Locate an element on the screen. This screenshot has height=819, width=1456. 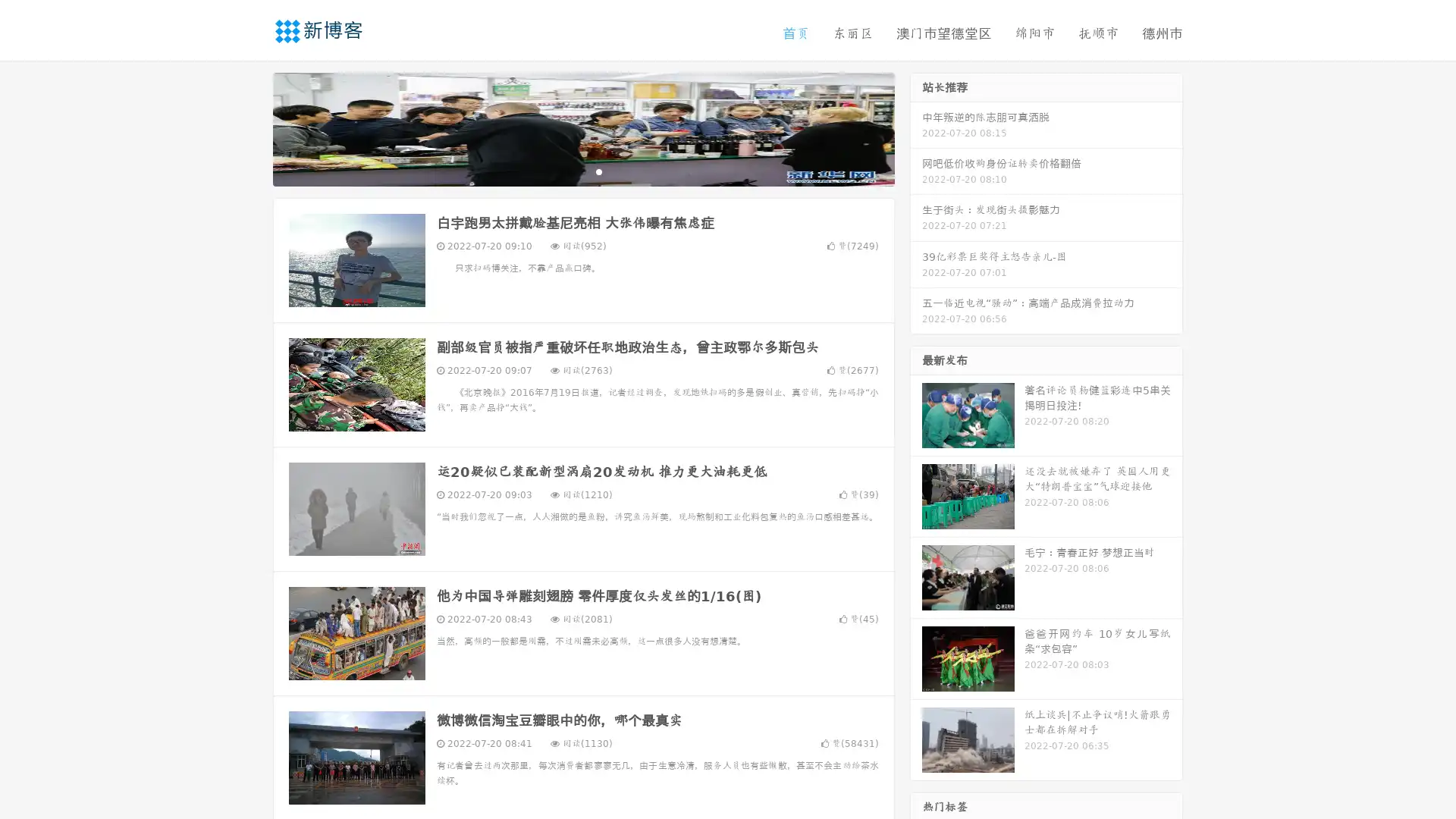
Next slide is located at coordinates (916, 127).